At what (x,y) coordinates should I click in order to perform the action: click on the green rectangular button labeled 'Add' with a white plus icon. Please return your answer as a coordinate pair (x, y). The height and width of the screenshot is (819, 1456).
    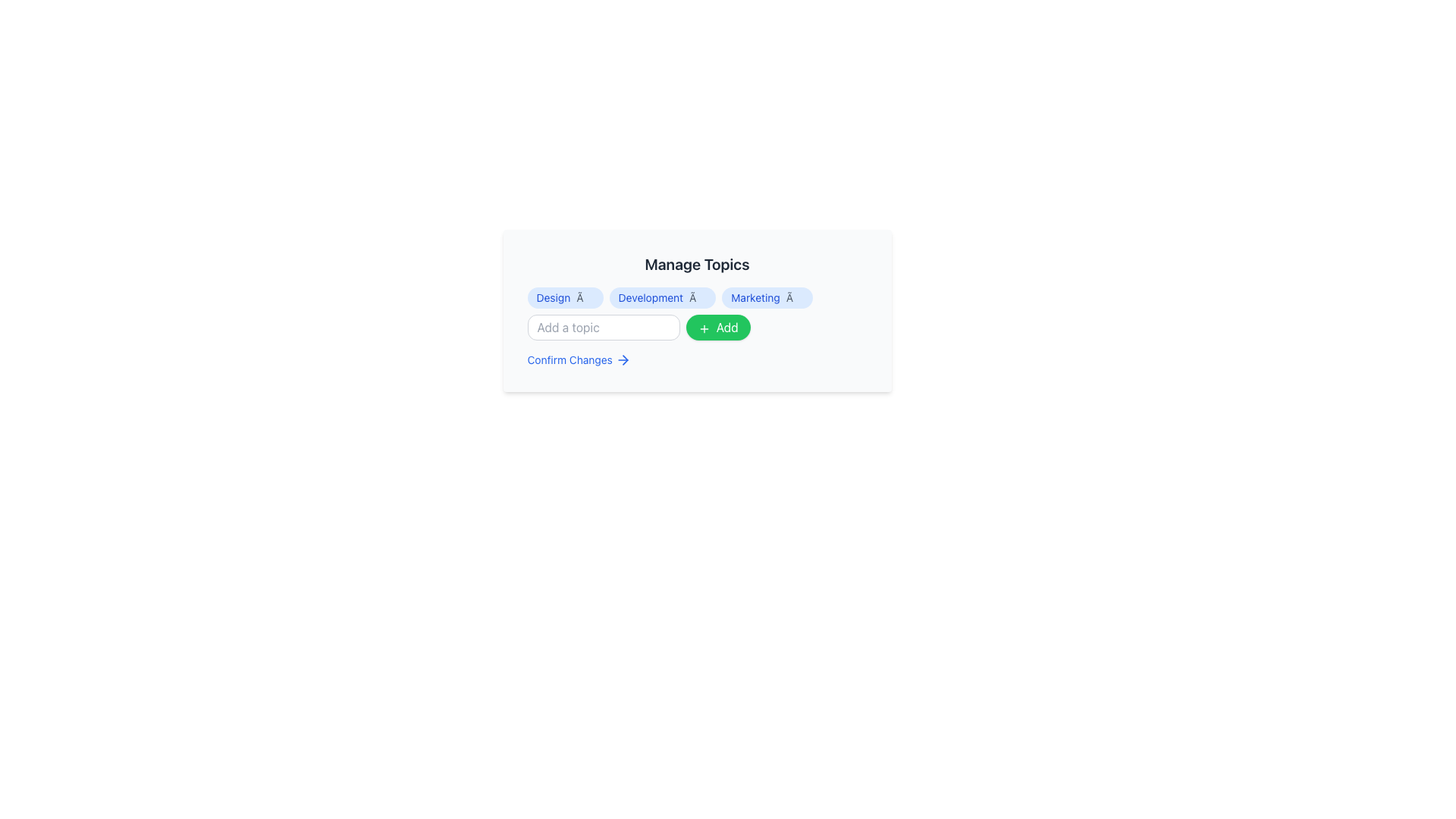
    Looking at the image, I should click on (717, 327).